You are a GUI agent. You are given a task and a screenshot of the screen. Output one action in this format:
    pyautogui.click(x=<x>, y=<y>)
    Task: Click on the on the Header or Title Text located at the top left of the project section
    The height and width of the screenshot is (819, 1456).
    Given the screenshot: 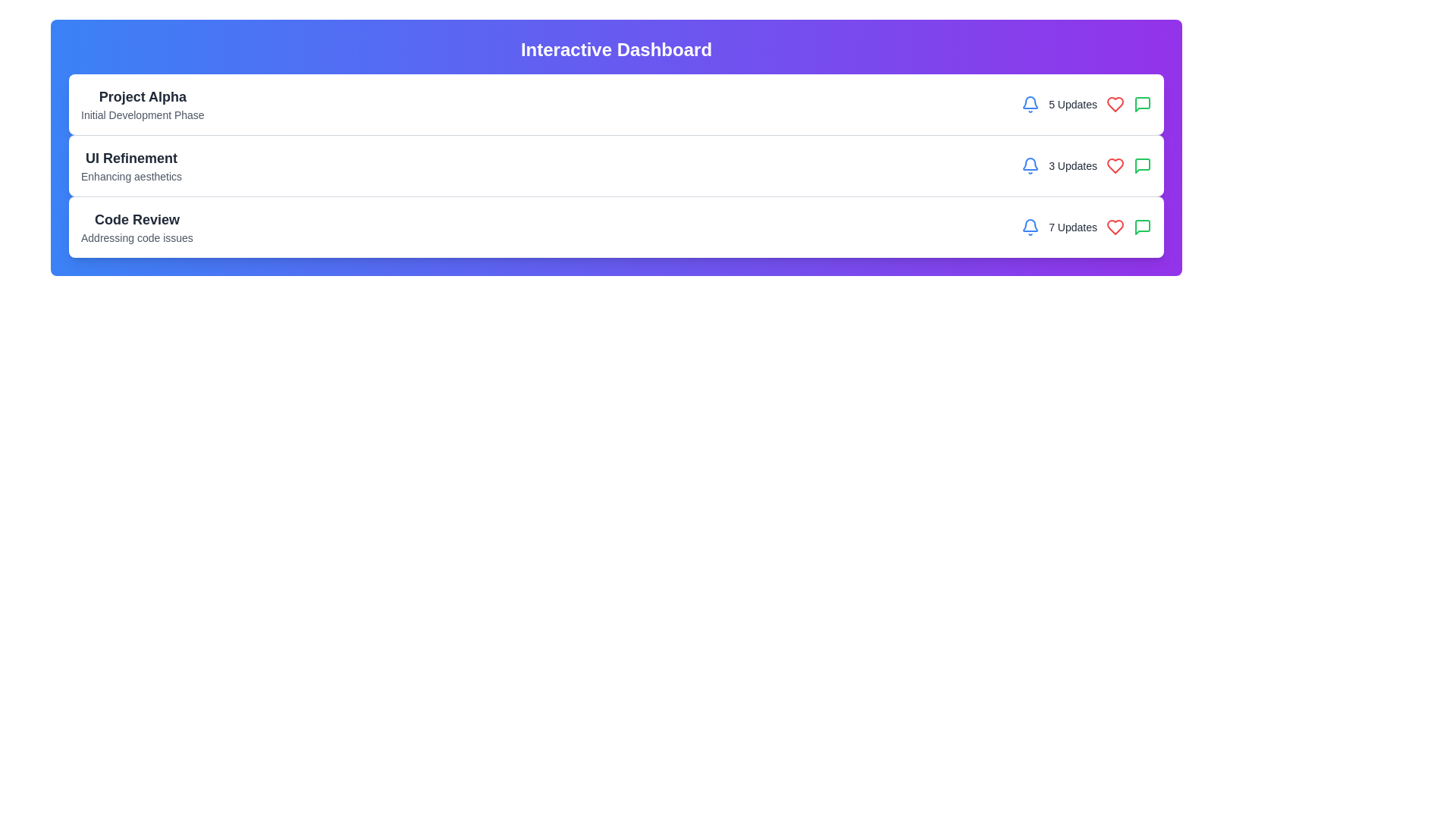 What is the action you would take?
    pyautogui.click(x=143, y=96)
    